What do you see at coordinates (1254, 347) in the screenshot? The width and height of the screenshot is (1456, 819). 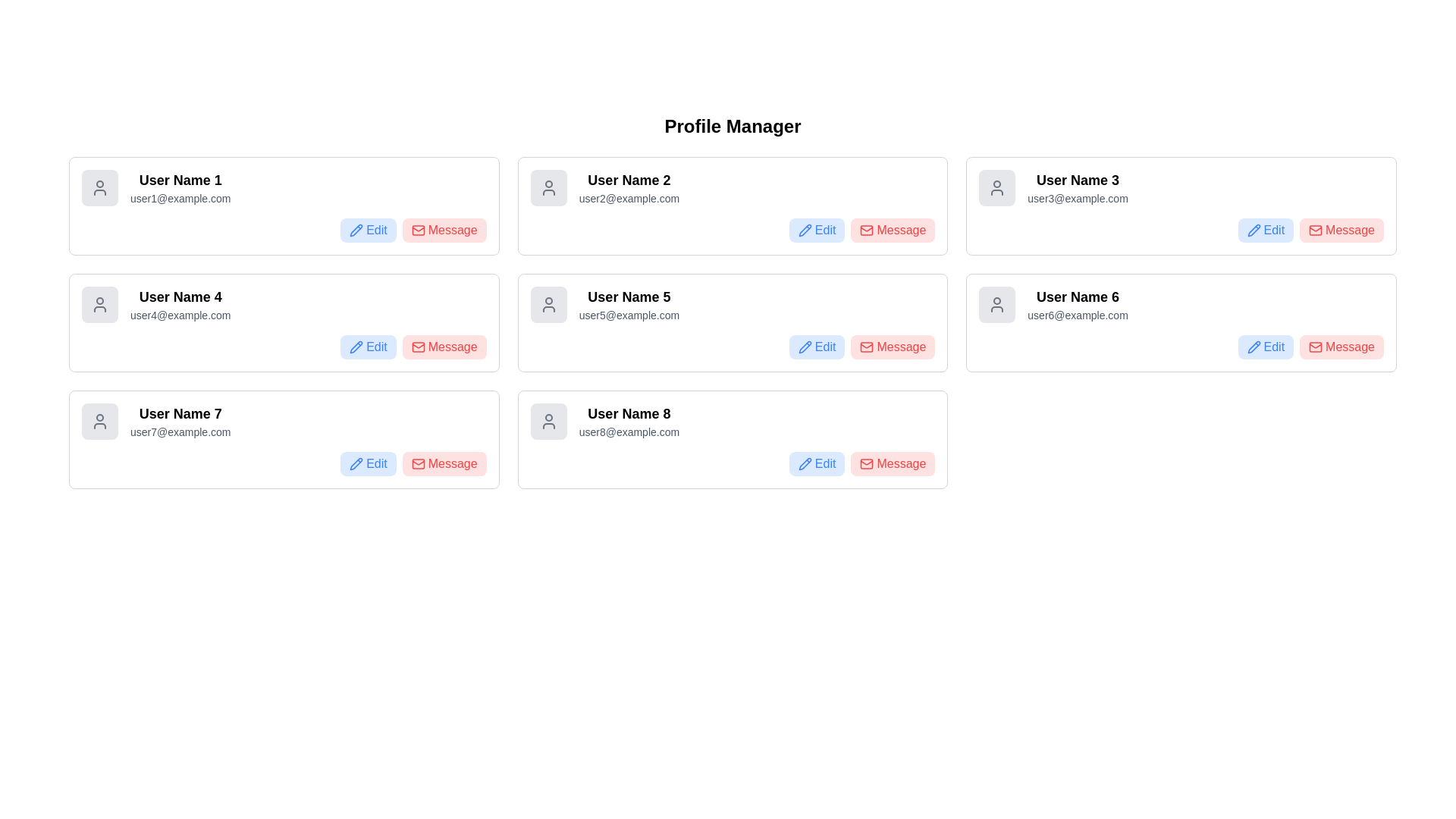 I see `the pencil icon located within the 'Edit' button of the 'User Name 6' card` at bounding box center [1254, 347].